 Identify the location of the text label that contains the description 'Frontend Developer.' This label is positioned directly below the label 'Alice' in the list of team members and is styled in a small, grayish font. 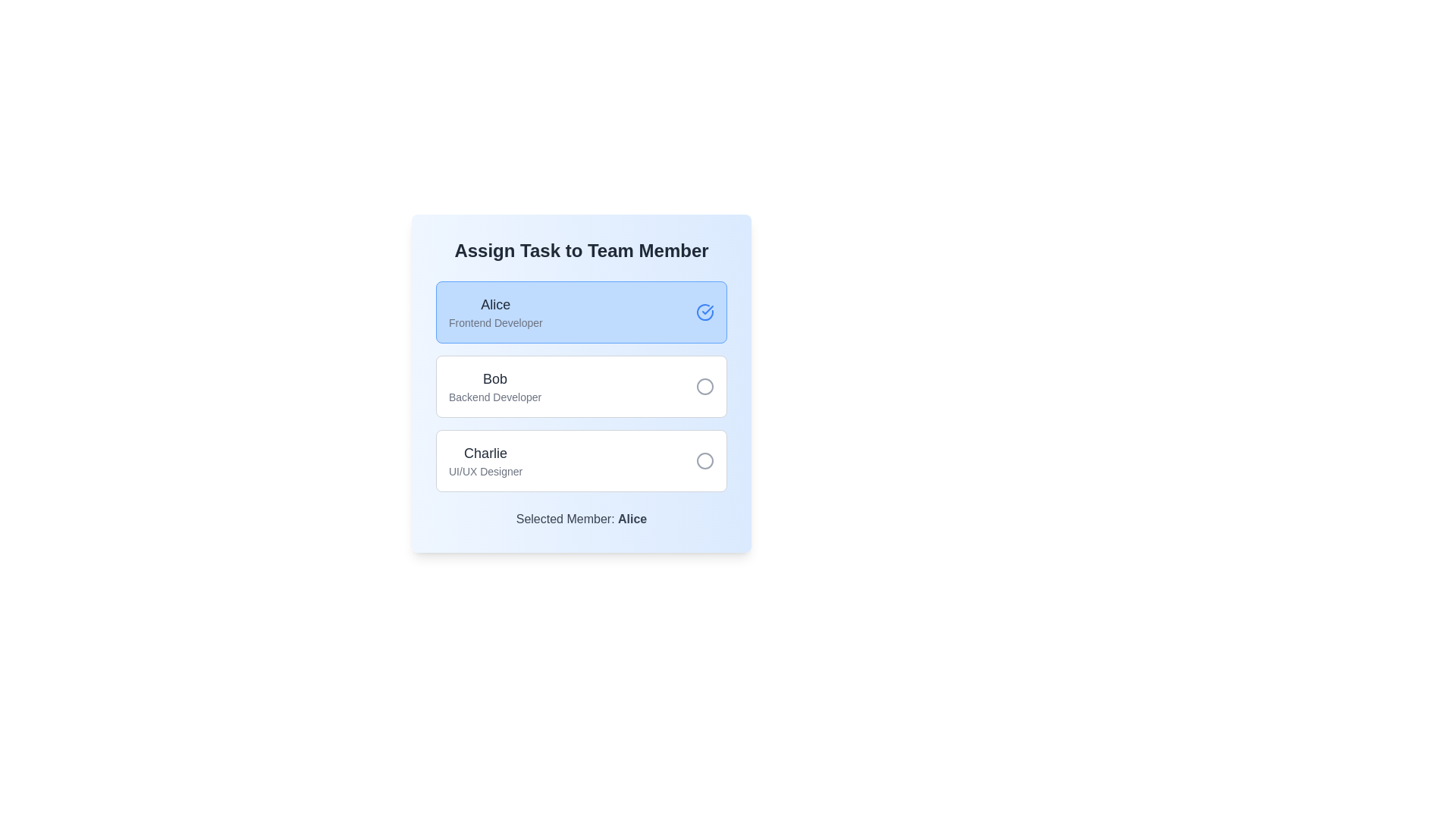
(495, 322).